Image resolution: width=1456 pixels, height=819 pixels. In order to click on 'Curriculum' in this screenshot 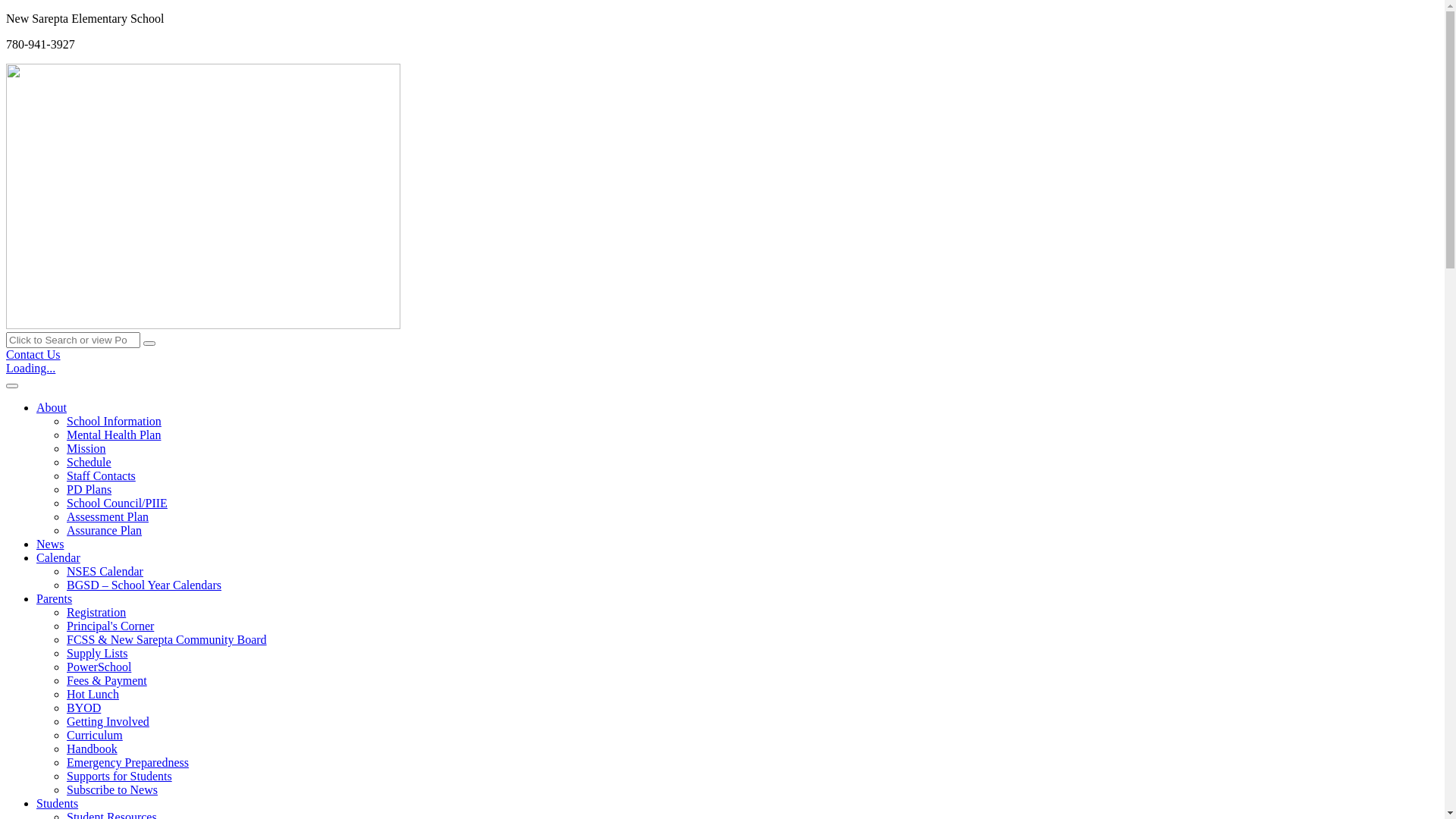, I will do `click(93, 734)`.